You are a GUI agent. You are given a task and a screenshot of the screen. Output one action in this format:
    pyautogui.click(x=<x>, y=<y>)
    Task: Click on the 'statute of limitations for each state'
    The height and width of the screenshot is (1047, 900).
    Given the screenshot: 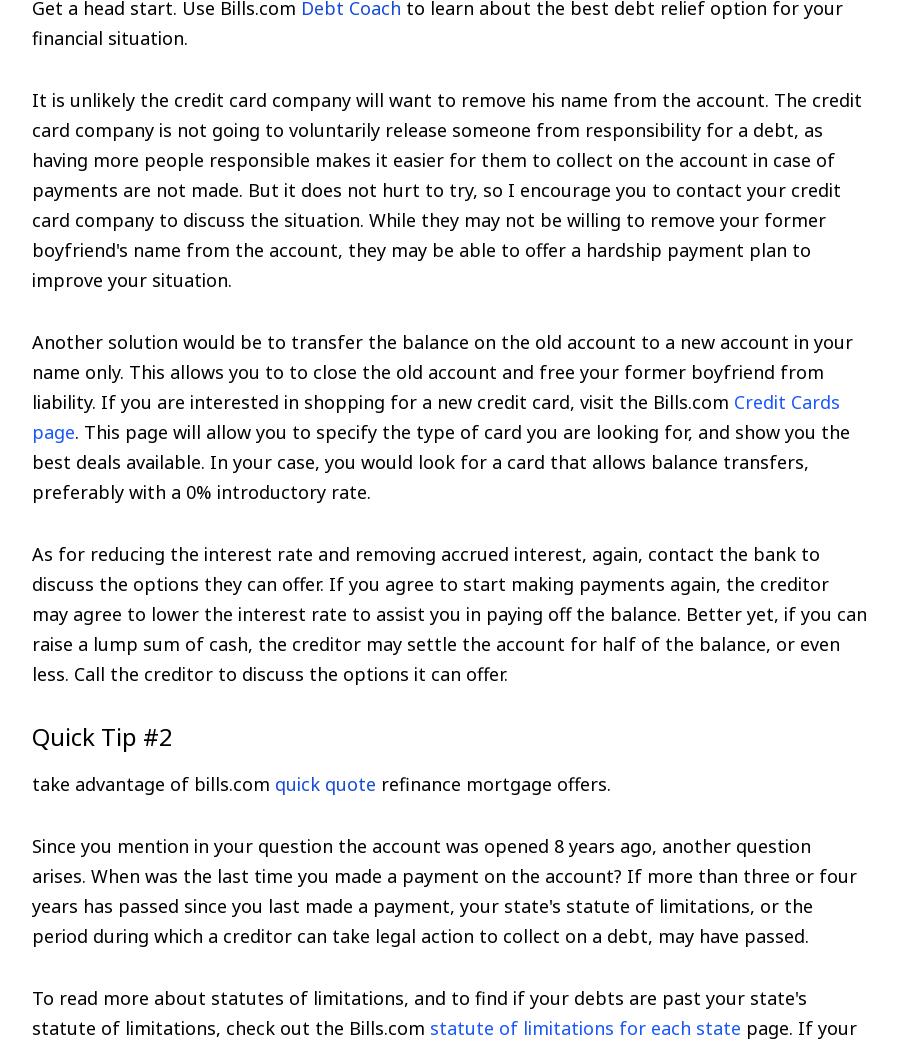 What is the action you would take?
    pyautogui.click(x=585, y=1028)
    